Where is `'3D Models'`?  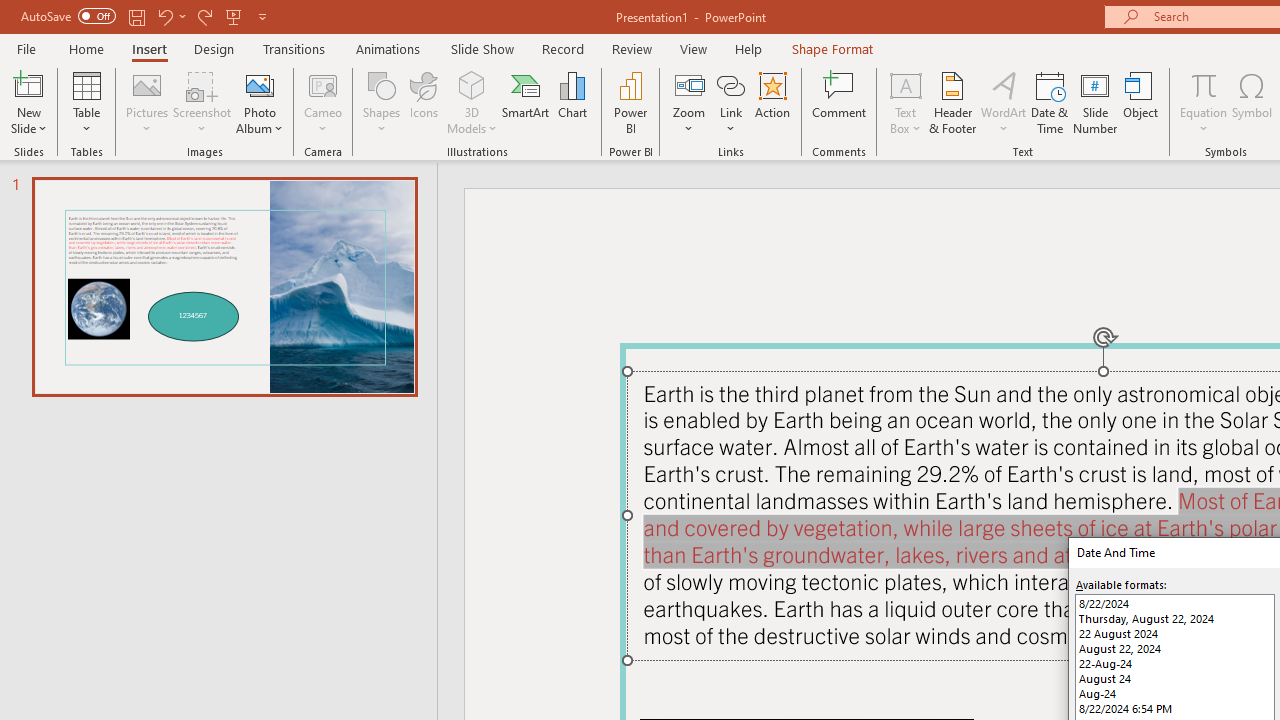 '3D Models' is located at coordinates (471, 103).